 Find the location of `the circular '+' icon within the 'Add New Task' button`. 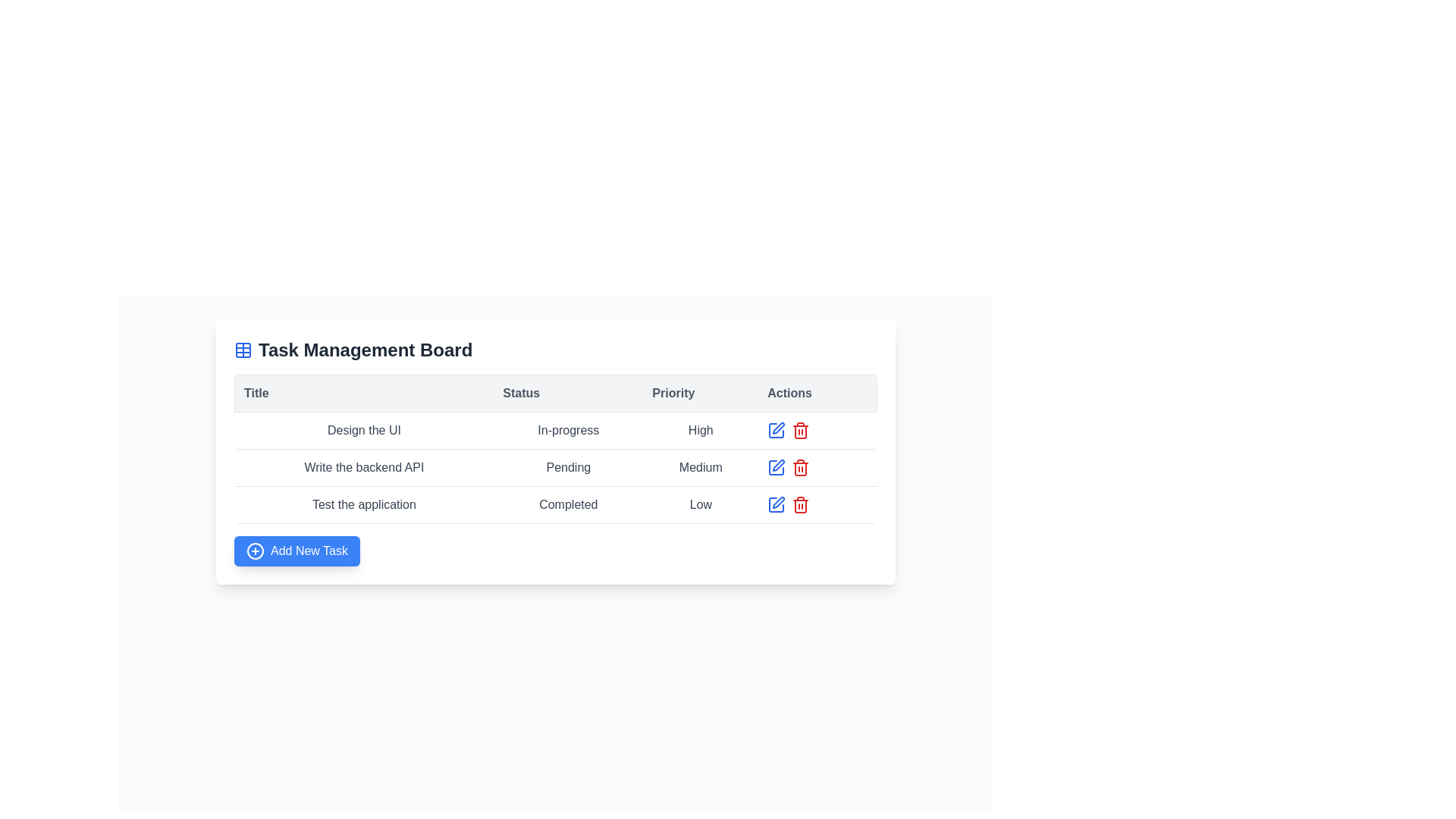

the circular '+' icon within the 'Add New Task' button is located at coordinates (255, 551).